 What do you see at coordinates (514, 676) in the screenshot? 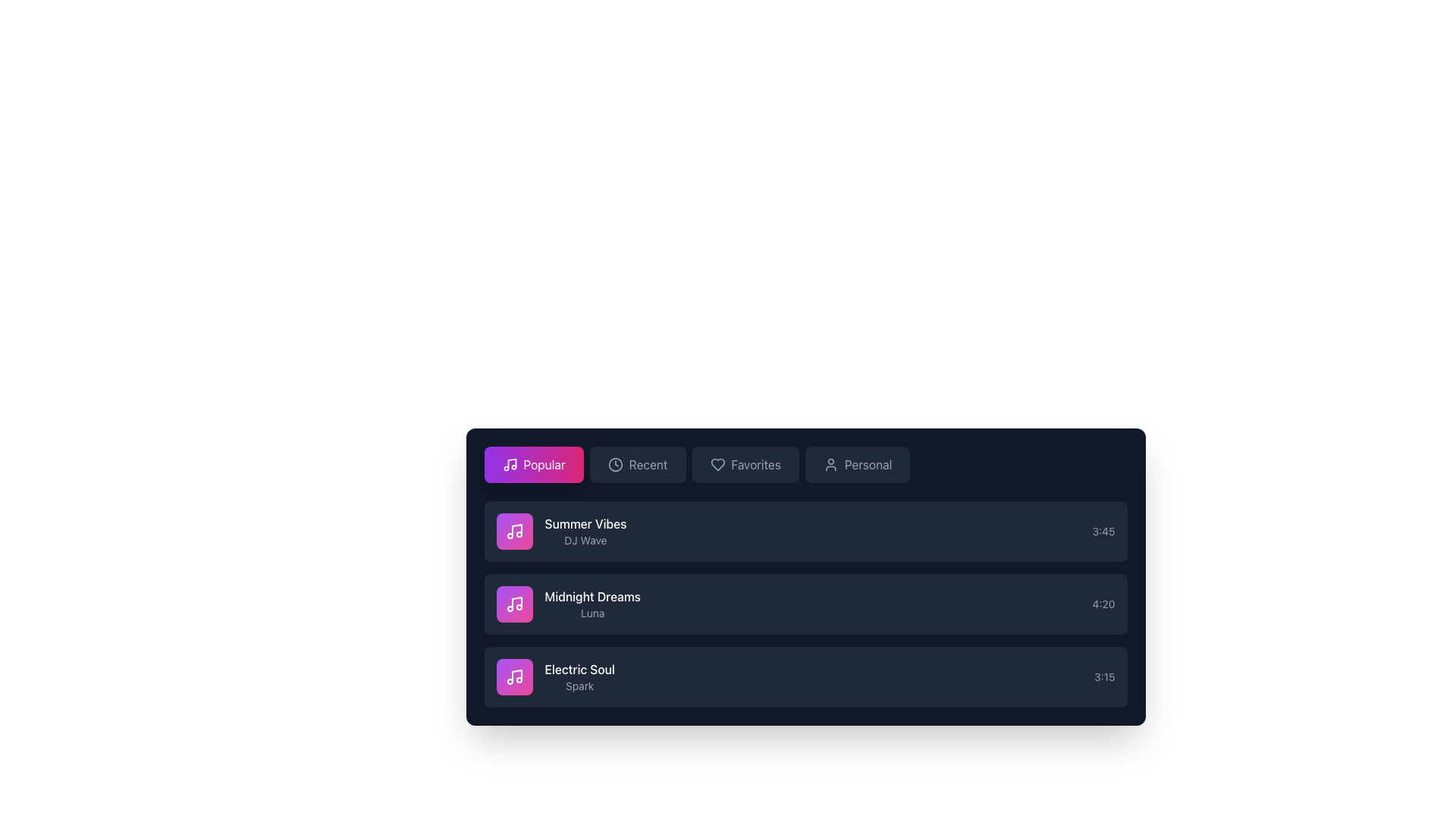
I see `the Decorative icon representing a musical note within the button for the 'Electric Soul' music item, which is styled with a gradient background and located at the far right of the list` at bounding box center [514, 676].